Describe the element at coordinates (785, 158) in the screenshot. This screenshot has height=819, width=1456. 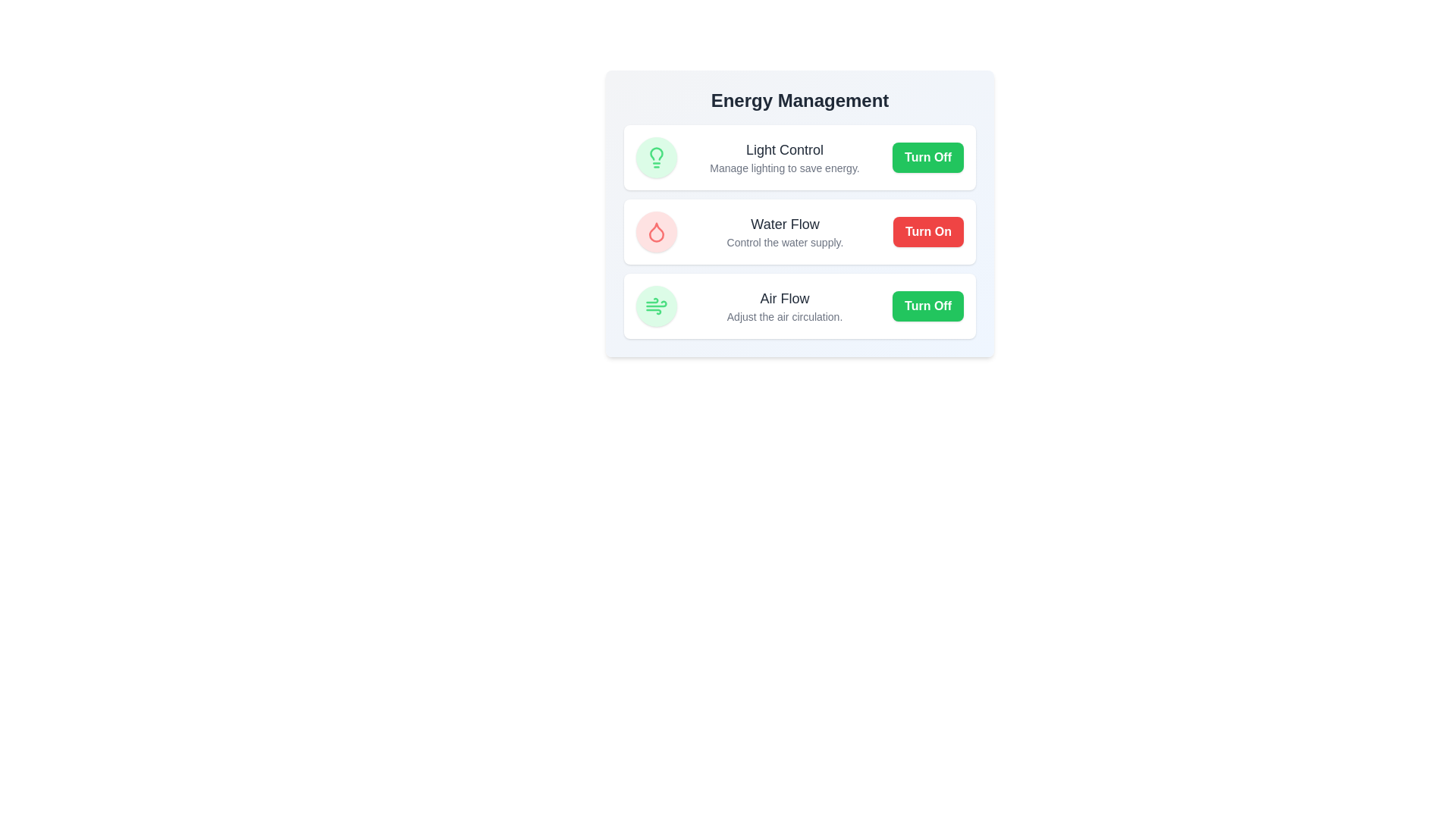
I see `the Informational Label titled 'Light Control' that describes lighting management and energy saving` at that location.